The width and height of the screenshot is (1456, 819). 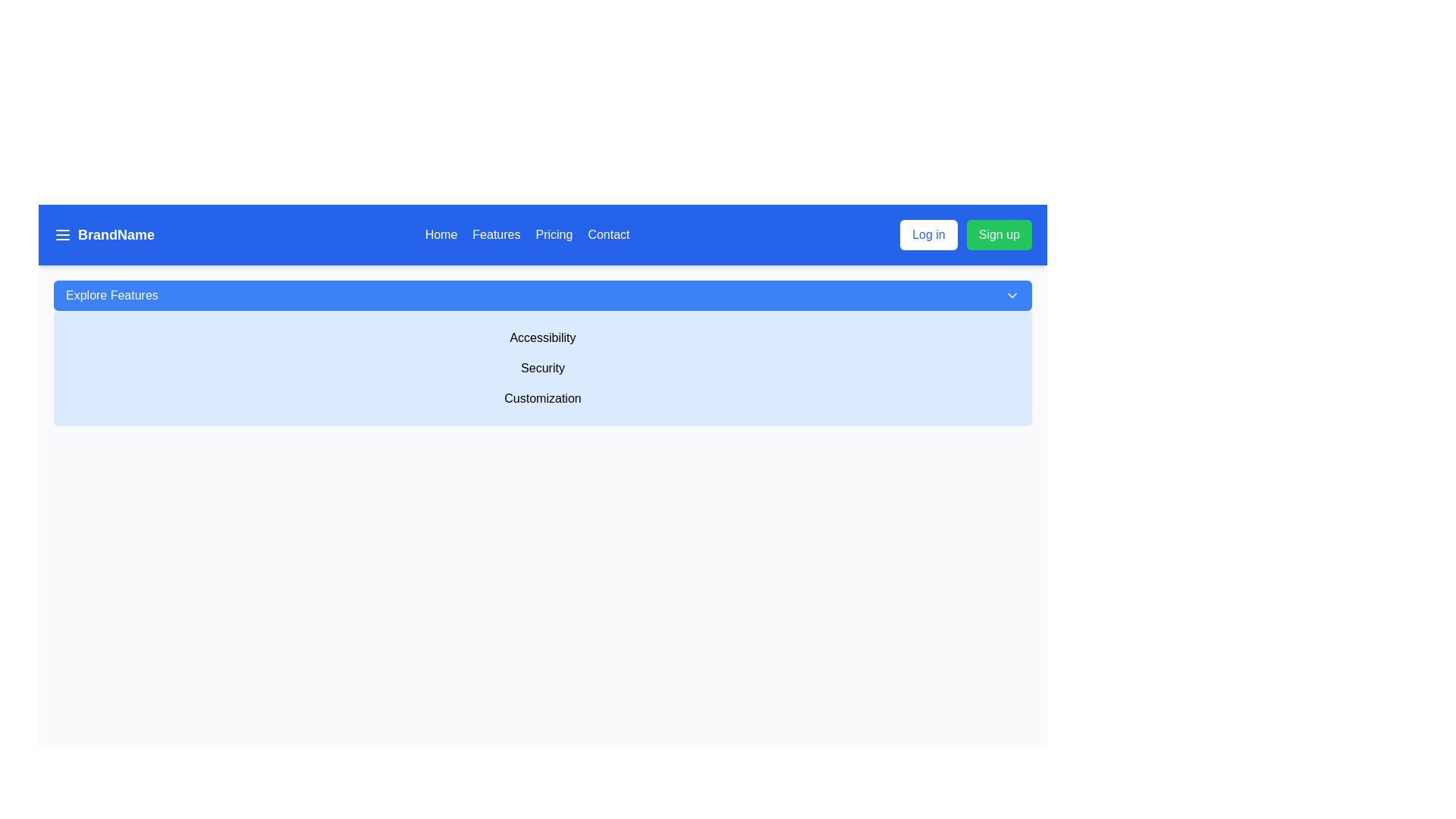 What do you see at coordinates (1012, 295) in the screenshot?
I see `the small chevron-down icon located on the far right of the 'Explore Features' button` at bounding box center [1012, 295].